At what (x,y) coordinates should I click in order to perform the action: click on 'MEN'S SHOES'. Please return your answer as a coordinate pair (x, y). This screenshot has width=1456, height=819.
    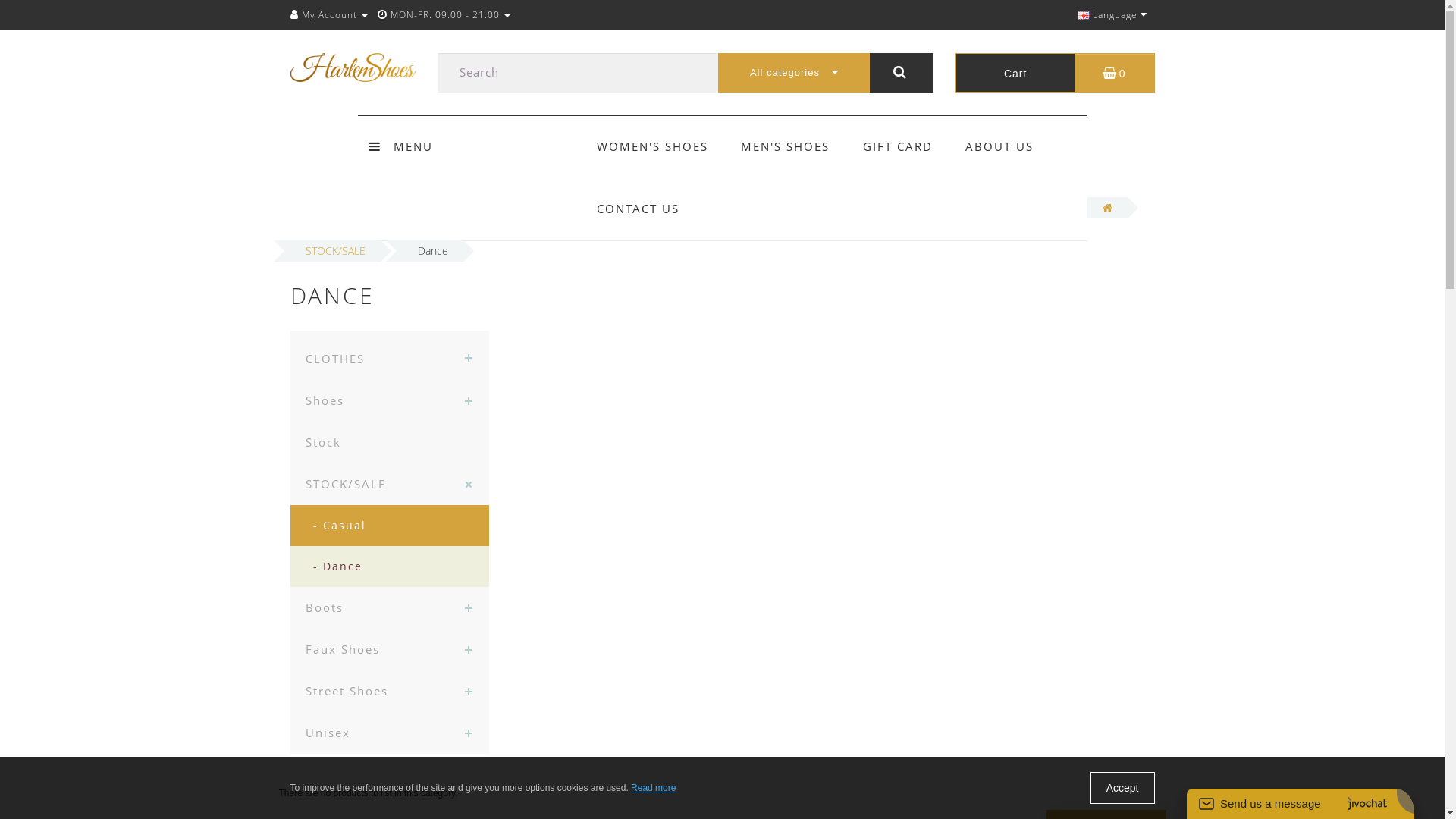
    Looking at the image, I should click on (741, 146).